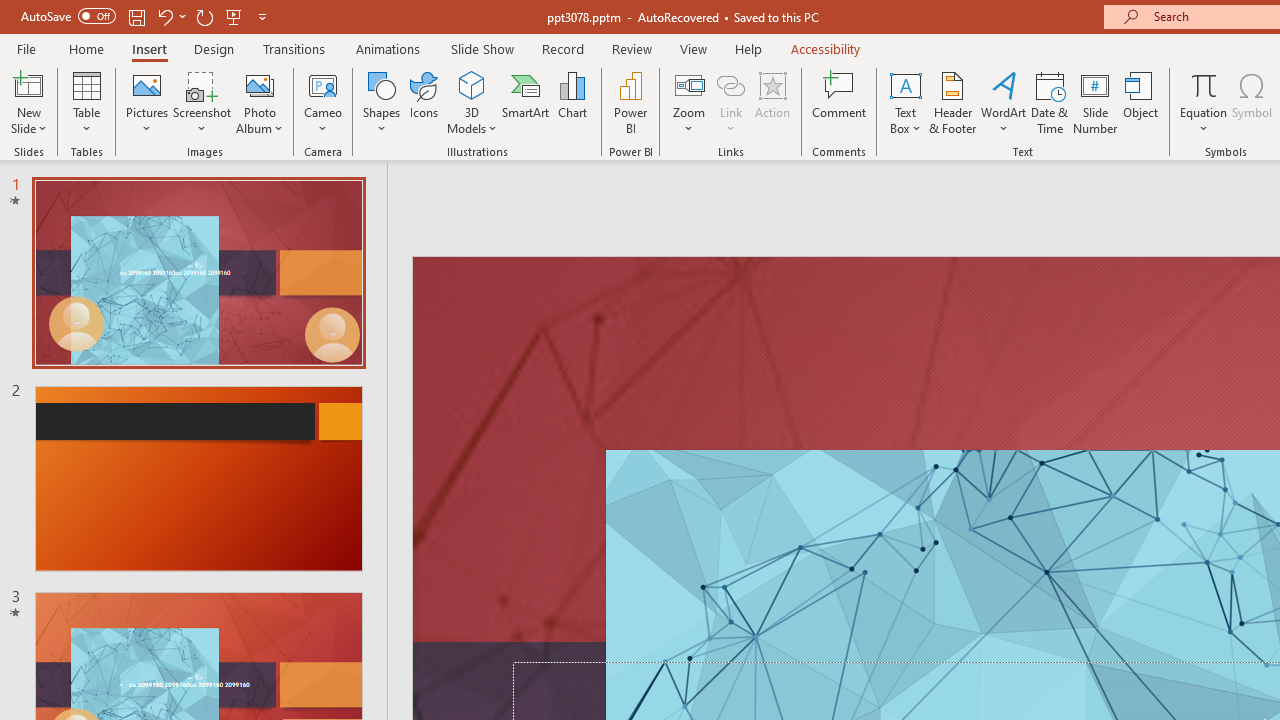 Image resolution: width=1280 pixels, height=720 pixels. I want to click on 'Power BI', so click(630, 103).